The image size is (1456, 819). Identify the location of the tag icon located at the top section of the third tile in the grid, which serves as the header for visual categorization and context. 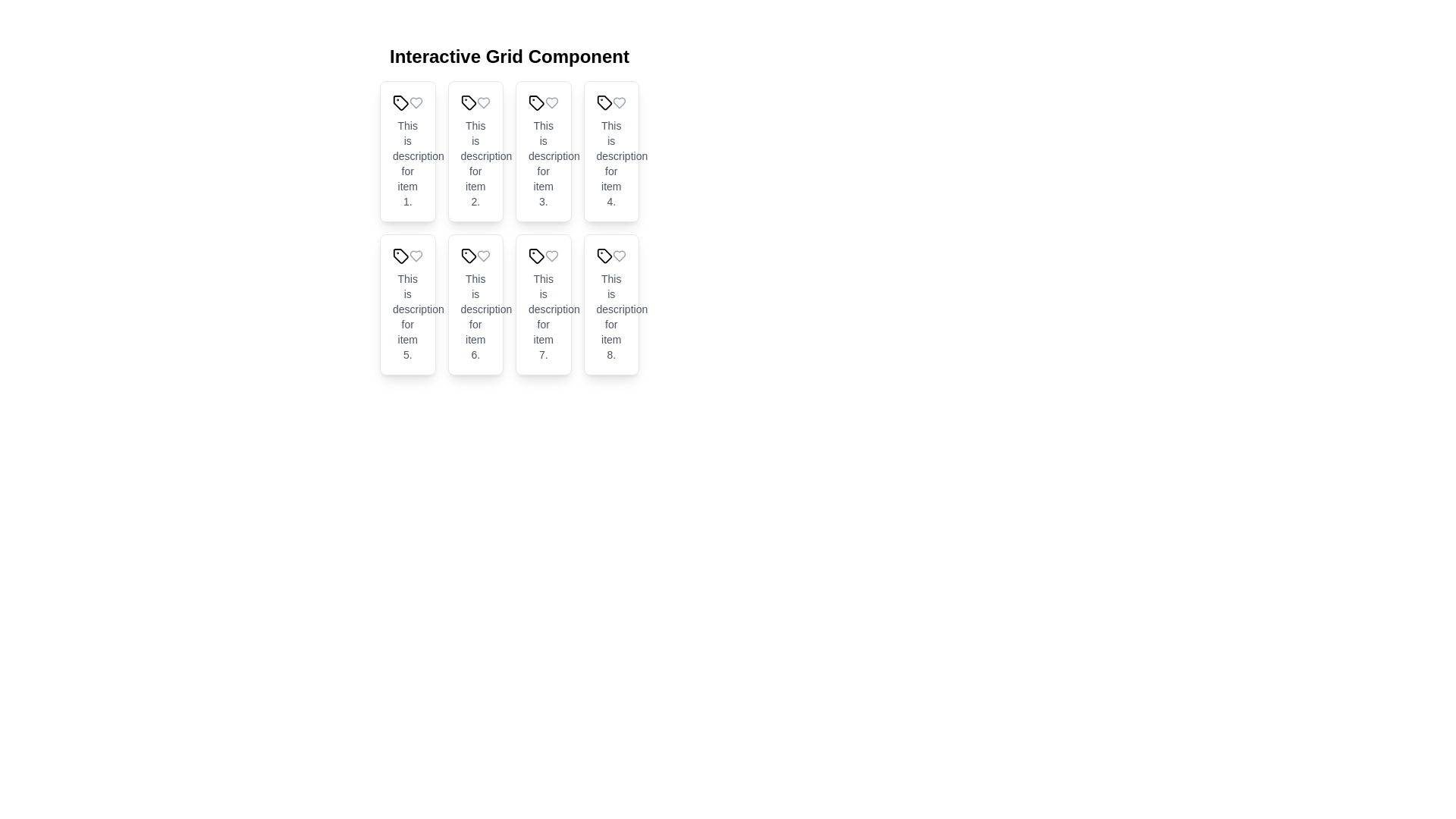
(543, 102).